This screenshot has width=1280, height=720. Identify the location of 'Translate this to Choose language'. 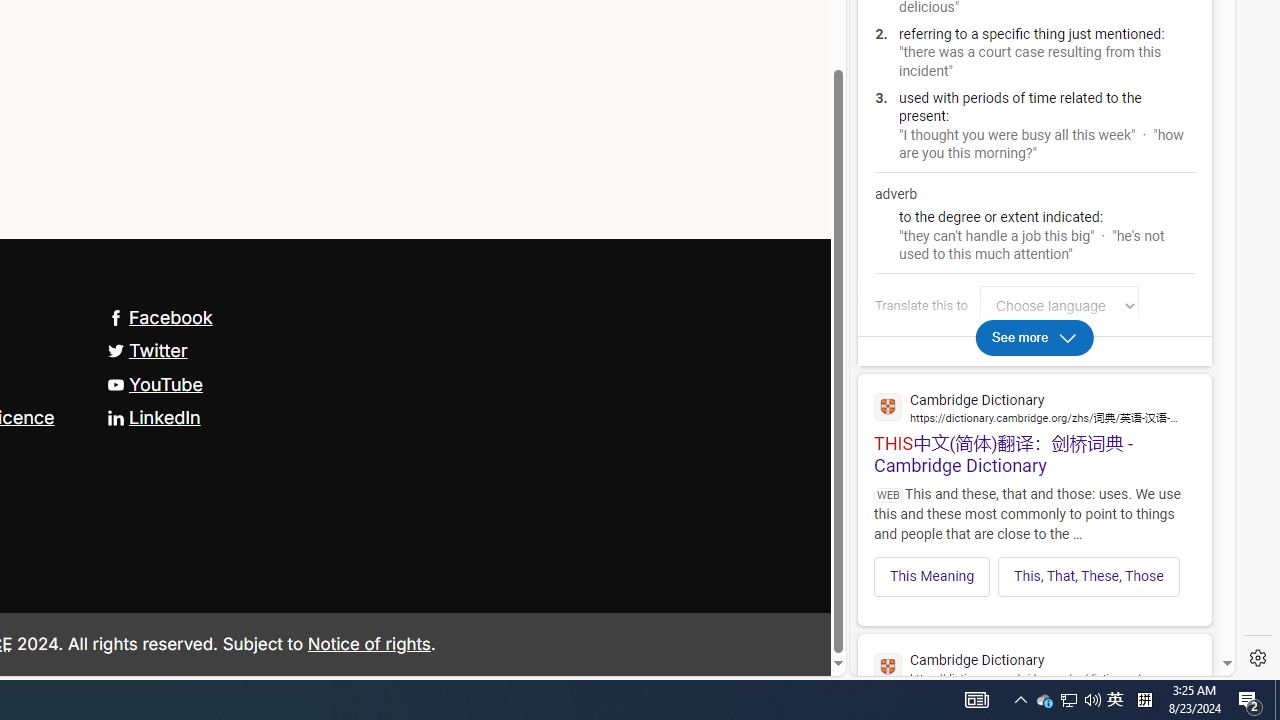
(1058, 305).